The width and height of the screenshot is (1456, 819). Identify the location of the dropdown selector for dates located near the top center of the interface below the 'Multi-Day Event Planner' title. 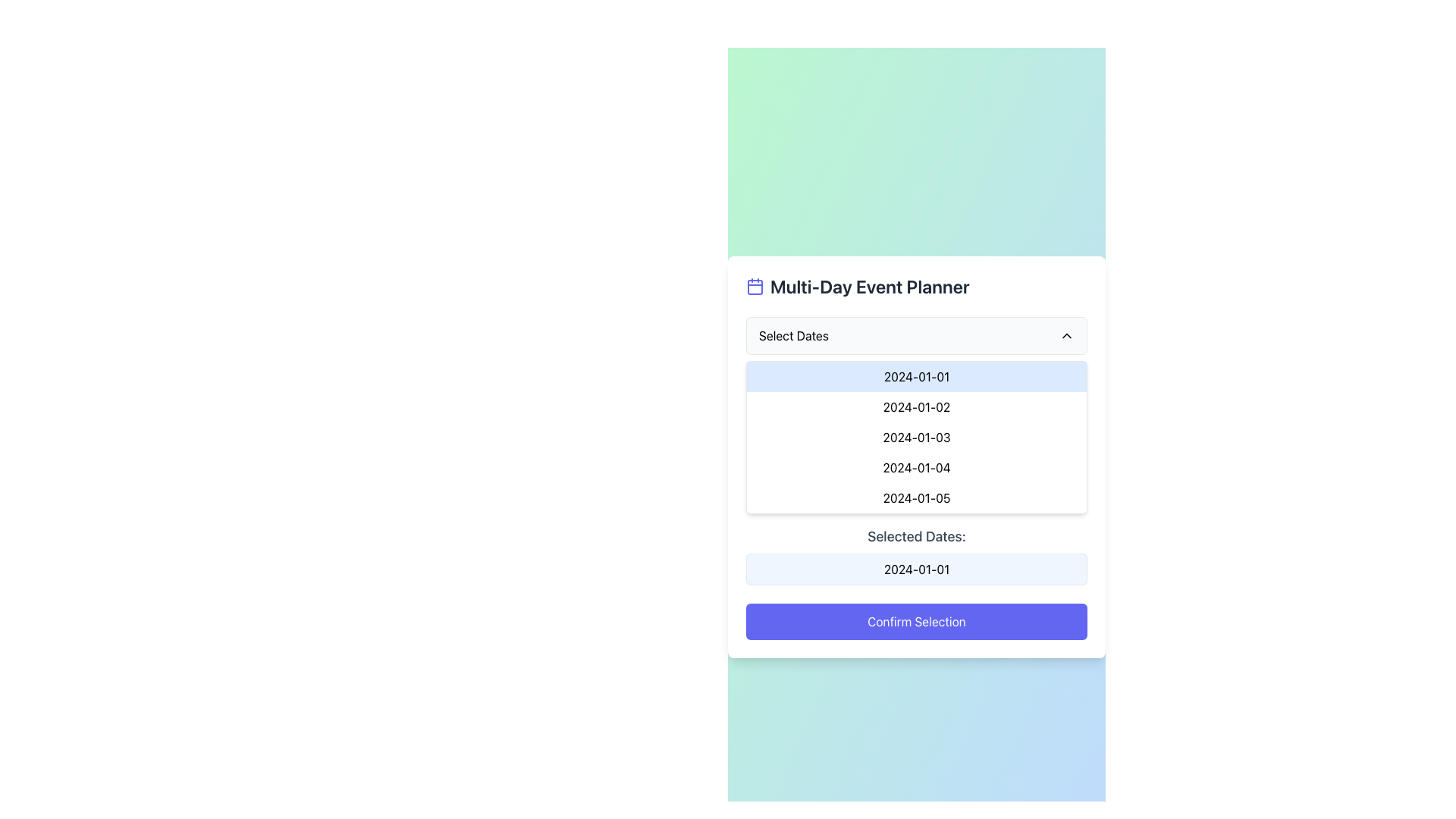
(916, 335).